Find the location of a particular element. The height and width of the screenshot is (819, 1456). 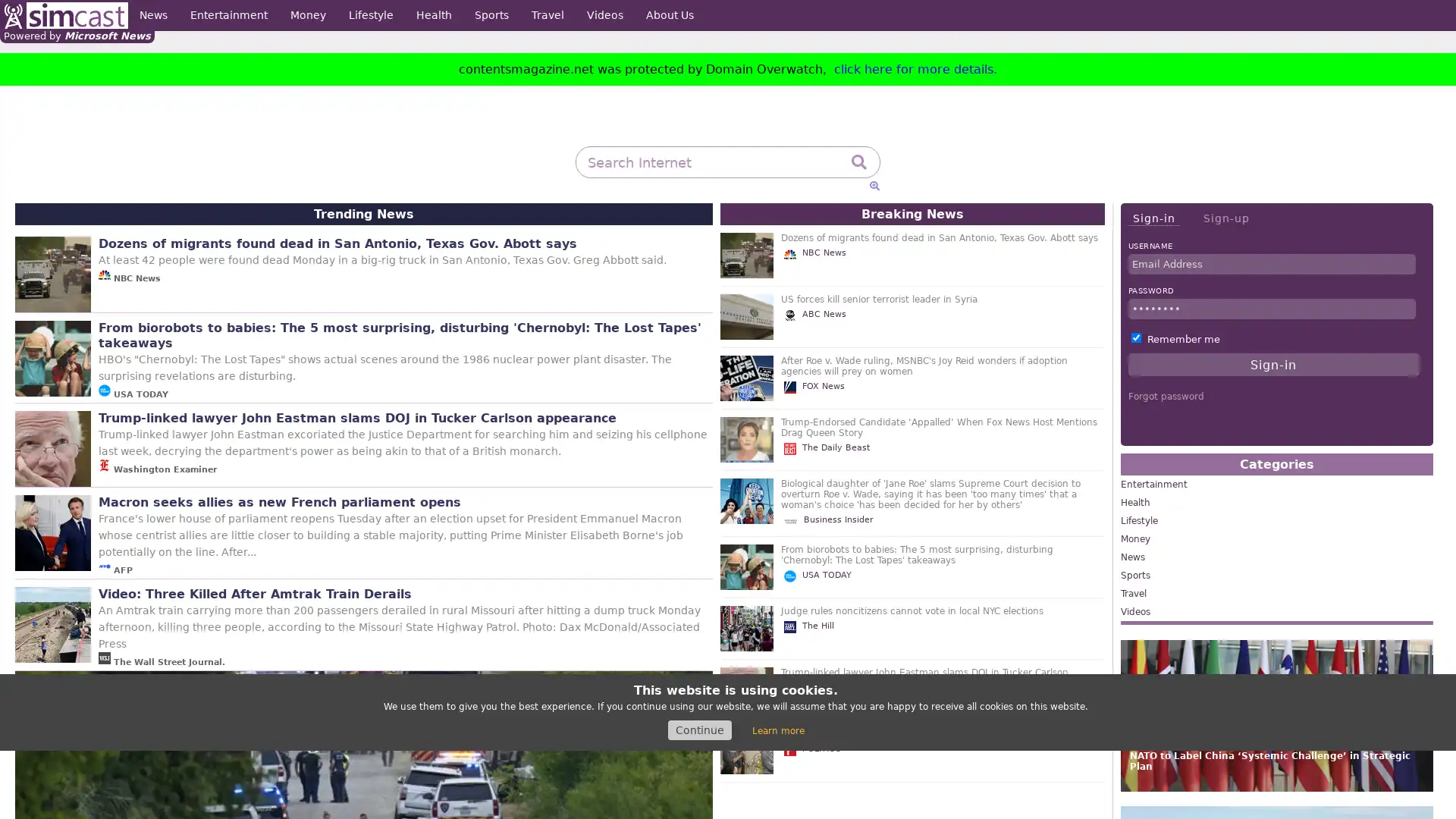

Continue is located at coordinates (698, 730).